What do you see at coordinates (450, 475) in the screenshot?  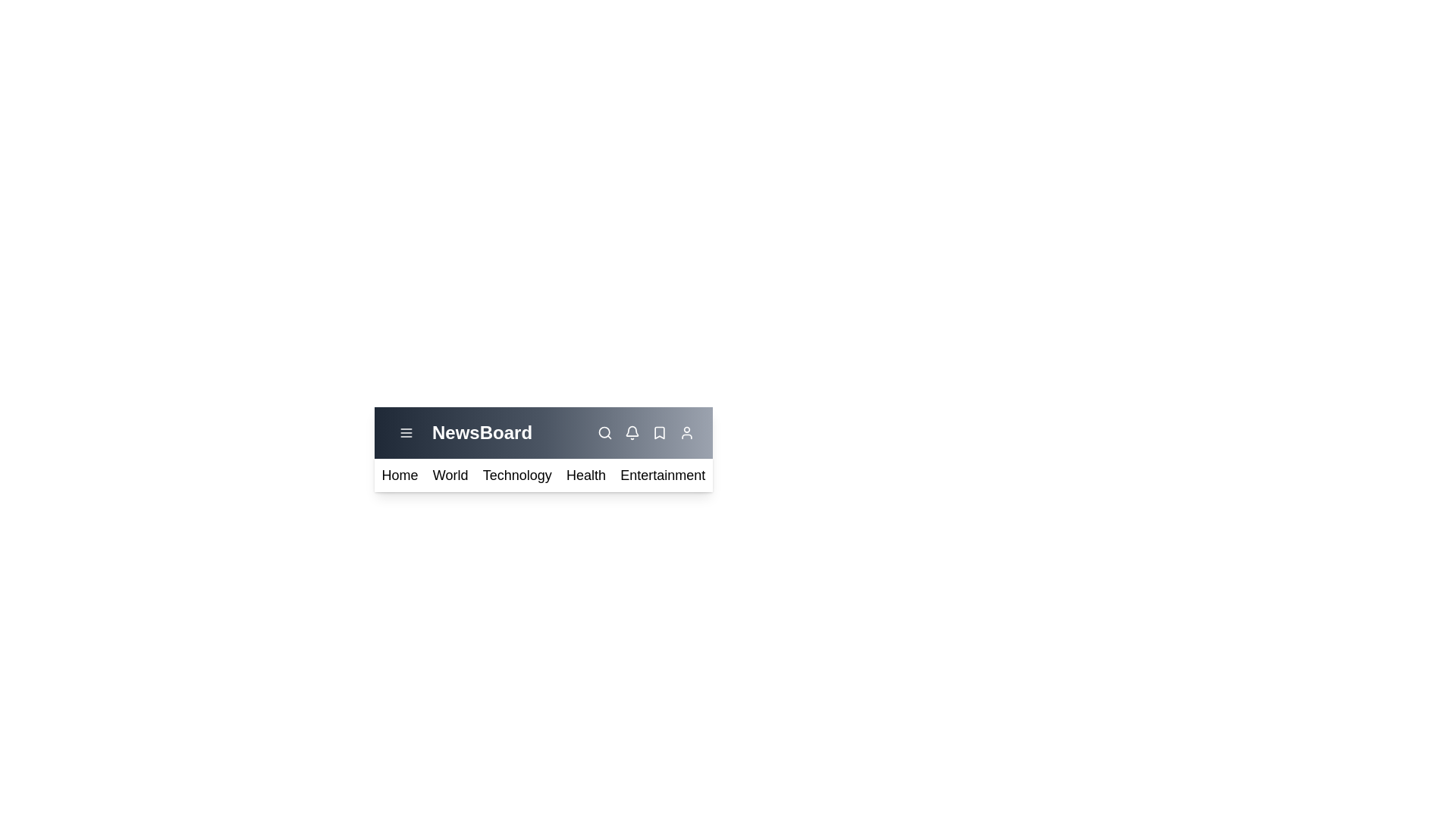 I see `the category World from the menu` at bounding box center [450, 475].